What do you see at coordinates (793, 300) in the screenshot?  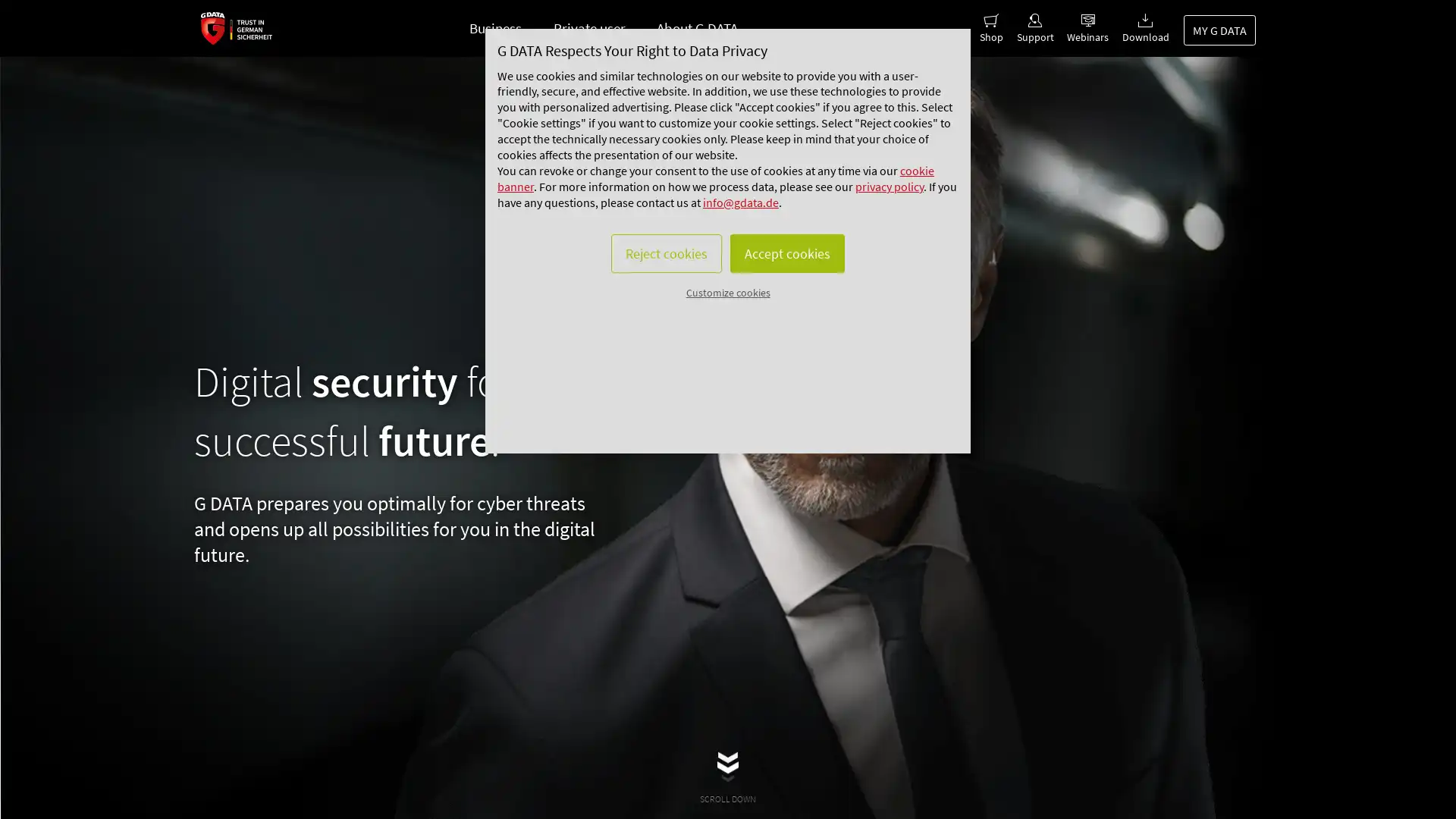 I see `Accept cookies` at bounding box center [793, 300].